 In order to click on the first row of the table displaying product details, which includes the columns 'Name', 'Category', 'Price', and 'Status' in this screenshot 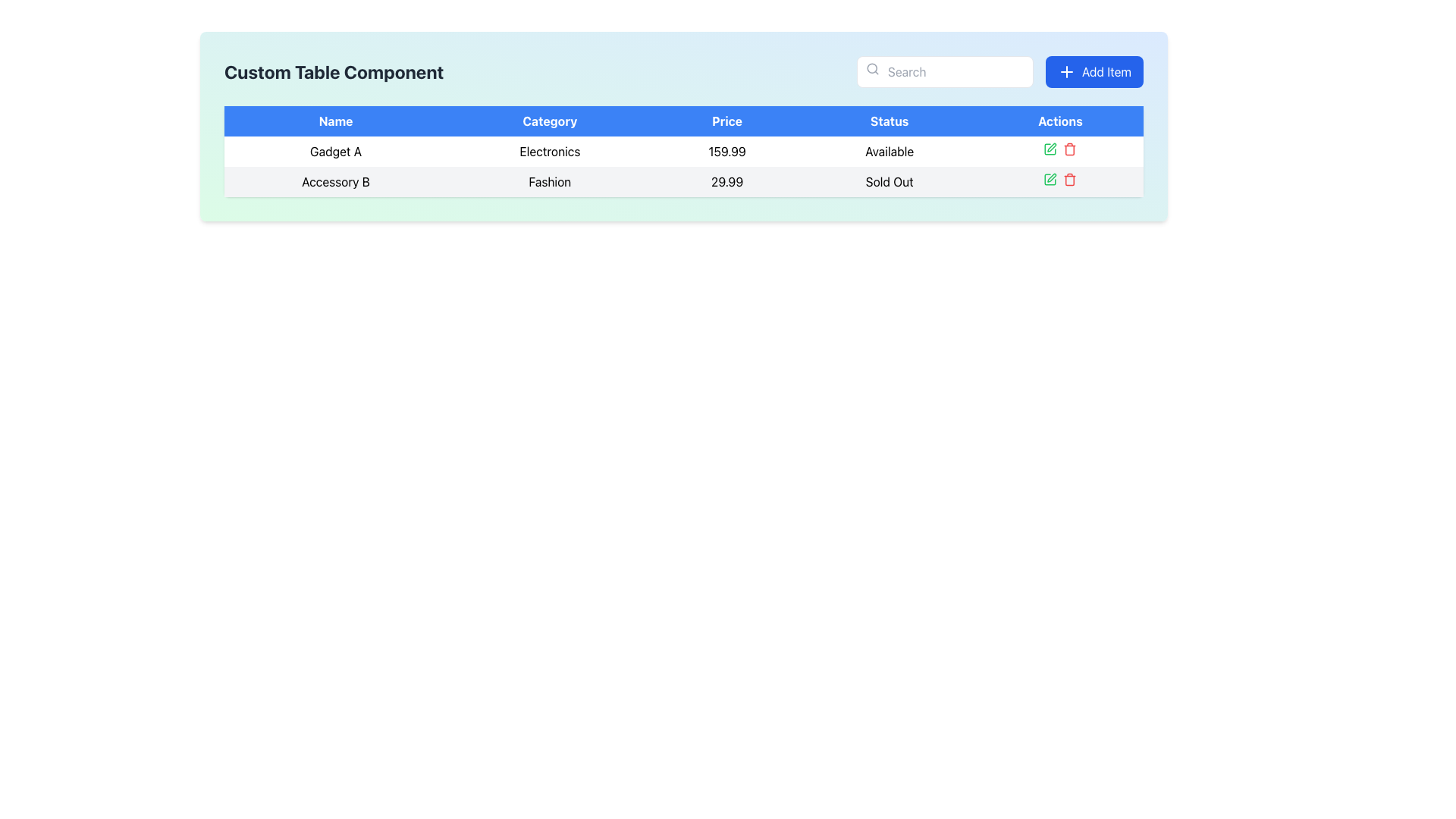, I will do `click(683, 152)`.